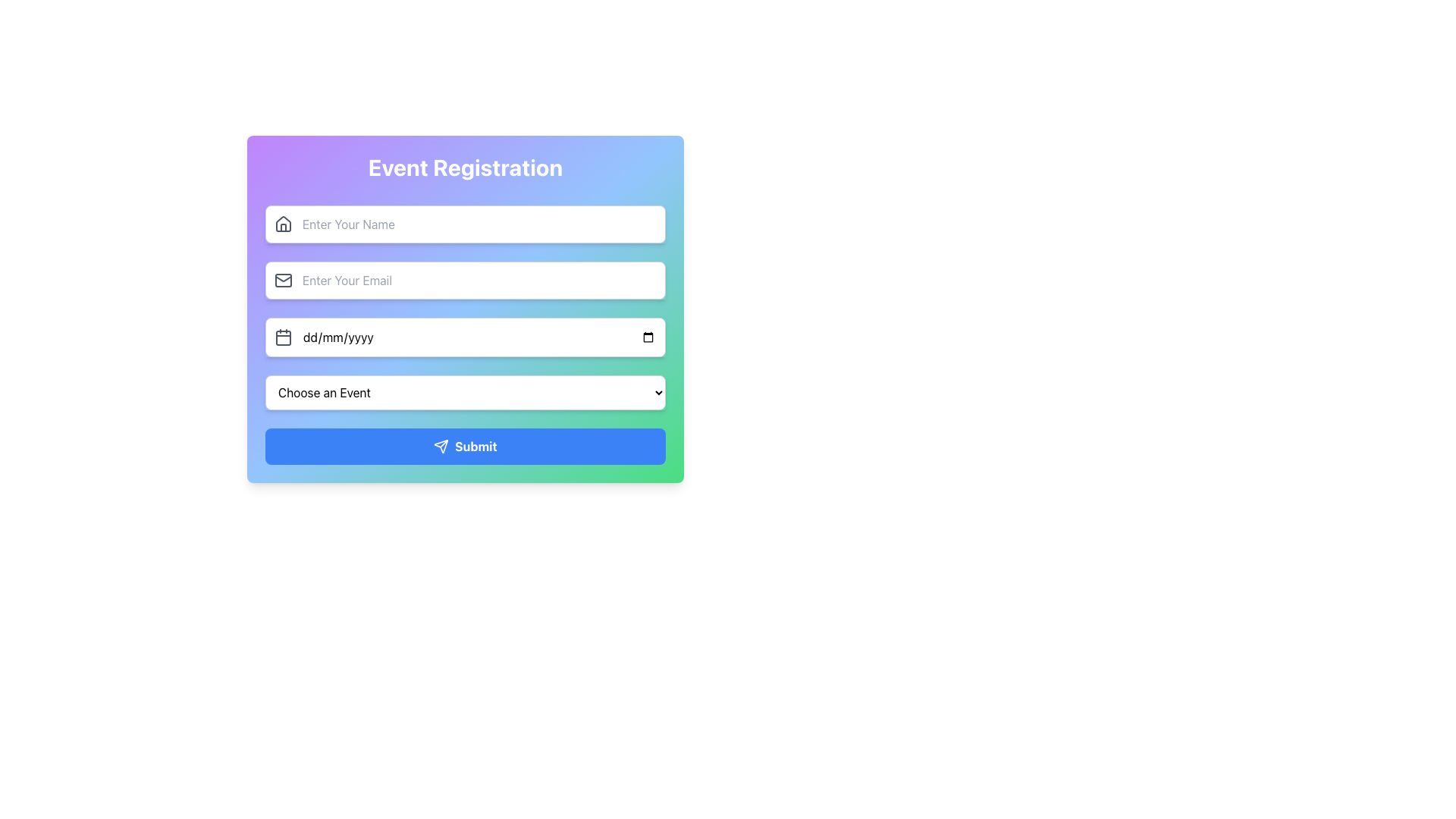 This screenshot has width=1456, height=819. What do you see at coordinates (284, 223) in the screenshot?
I see `the house decorative icon located to the left of the 'Enter Your Name' placeholder text in the input field for entering the user's name` at bounding box center [284, 223].